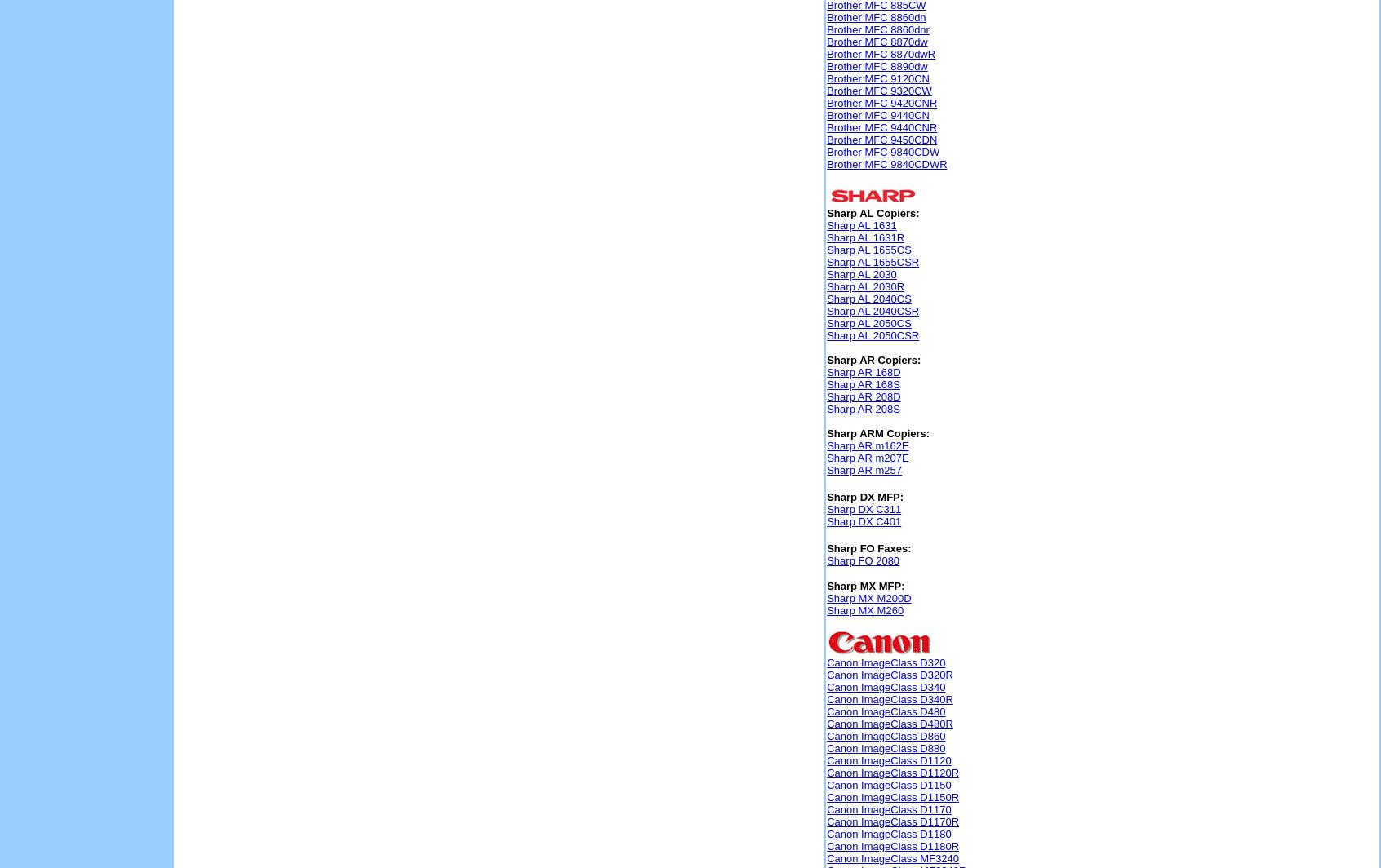 The height and width of the screenshot is (868, 1381). I want to click on 'Brother MFC 8890dw', so click(826, 66).